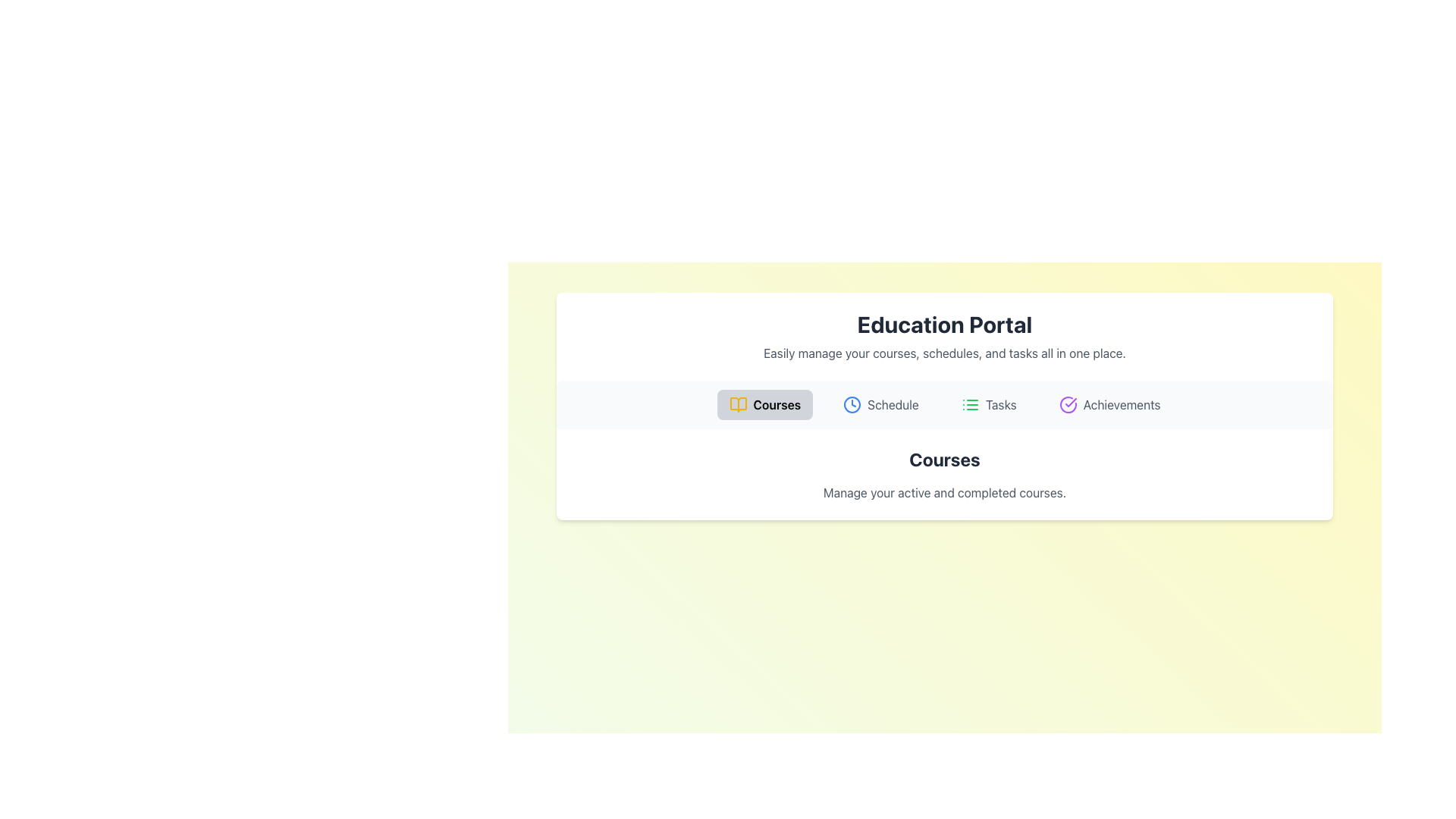 The image size is (1456, 819). I want to click on the 'Achievements' button, which is the fourth button in the navigation bar, so click(1109, 403).